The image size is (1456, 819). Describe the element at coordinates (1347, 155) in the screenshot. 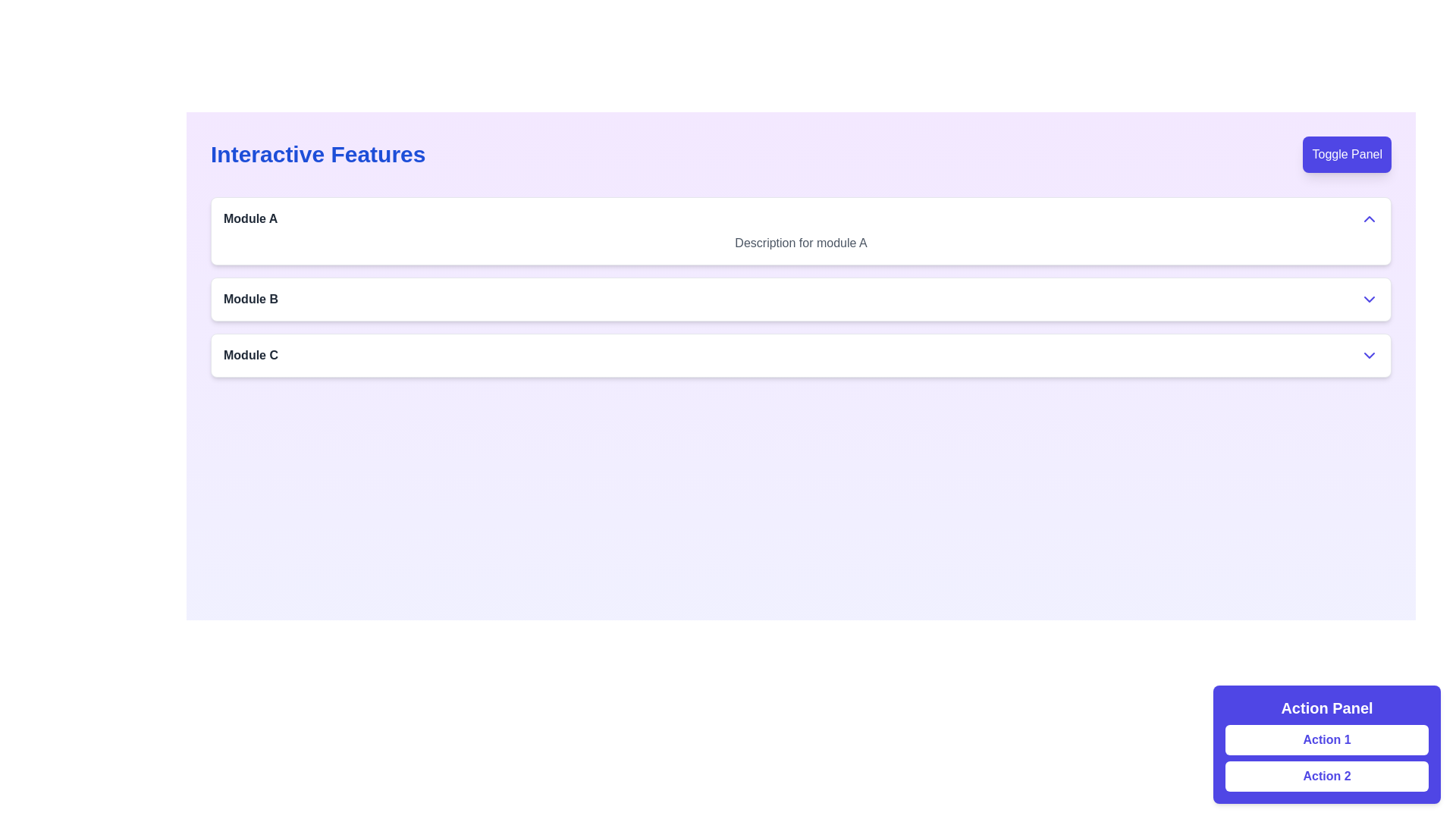

I see `the 'Toggle Panel' button, which has a purple background and white centered text` at that location.